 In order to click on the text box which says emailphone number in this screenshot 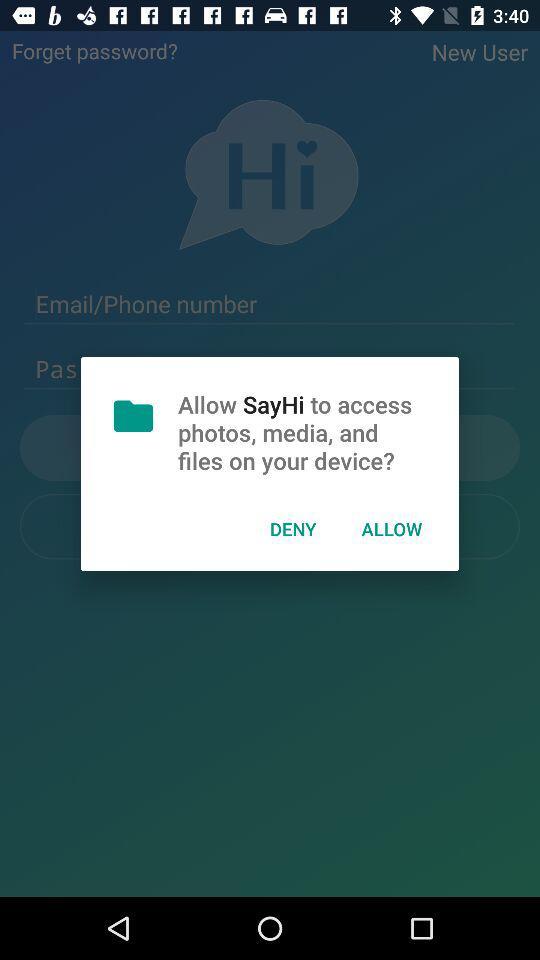, I will do `click(270, 304)`.